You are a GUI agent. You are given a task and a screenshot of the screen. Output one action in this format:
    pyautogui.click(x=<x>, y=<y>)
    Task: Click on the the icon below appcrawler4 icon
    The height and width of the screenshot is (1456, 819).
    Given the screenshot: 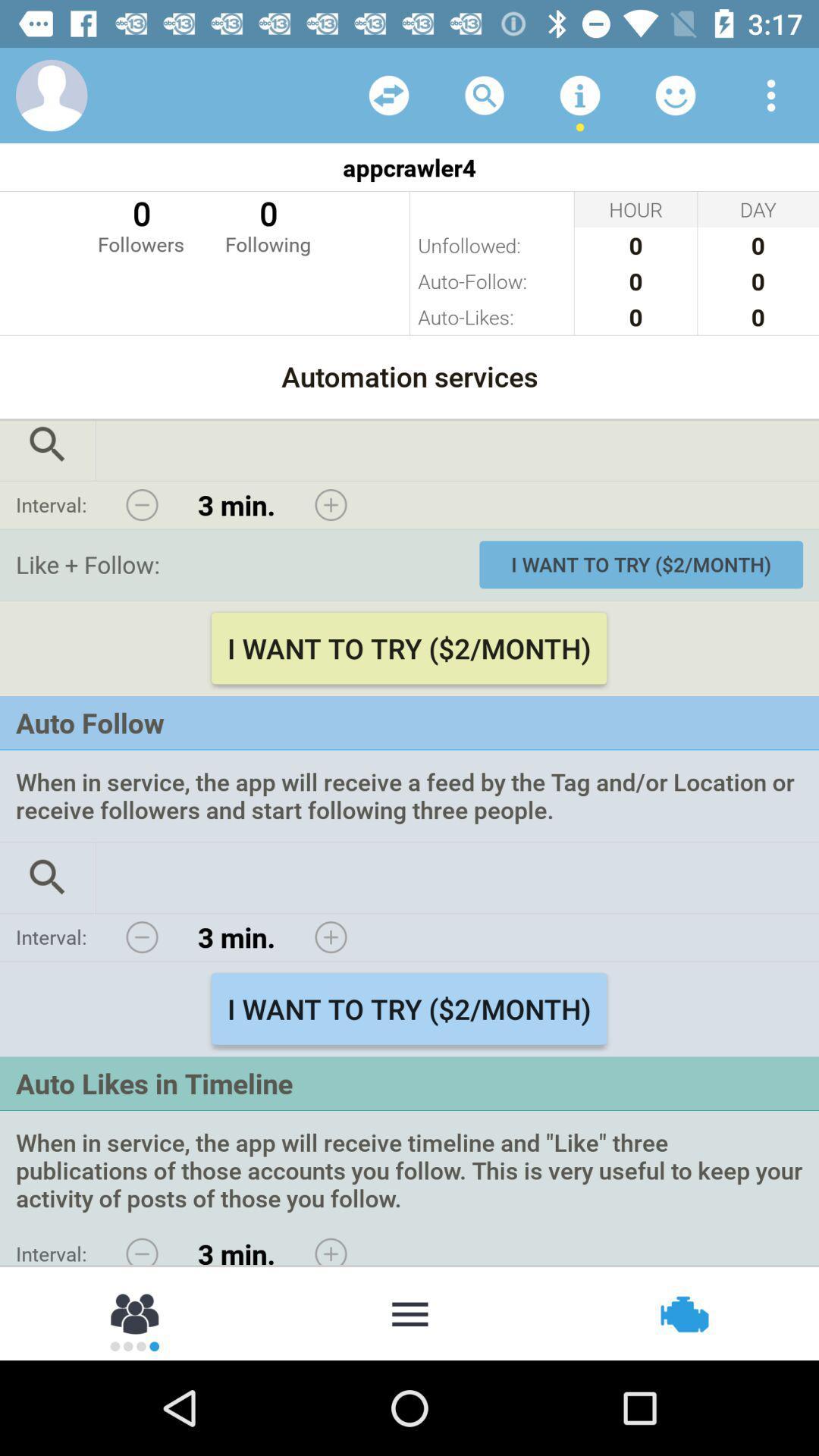 What is the action you would take?
    pyautogui.click(x=267, y=224)
    